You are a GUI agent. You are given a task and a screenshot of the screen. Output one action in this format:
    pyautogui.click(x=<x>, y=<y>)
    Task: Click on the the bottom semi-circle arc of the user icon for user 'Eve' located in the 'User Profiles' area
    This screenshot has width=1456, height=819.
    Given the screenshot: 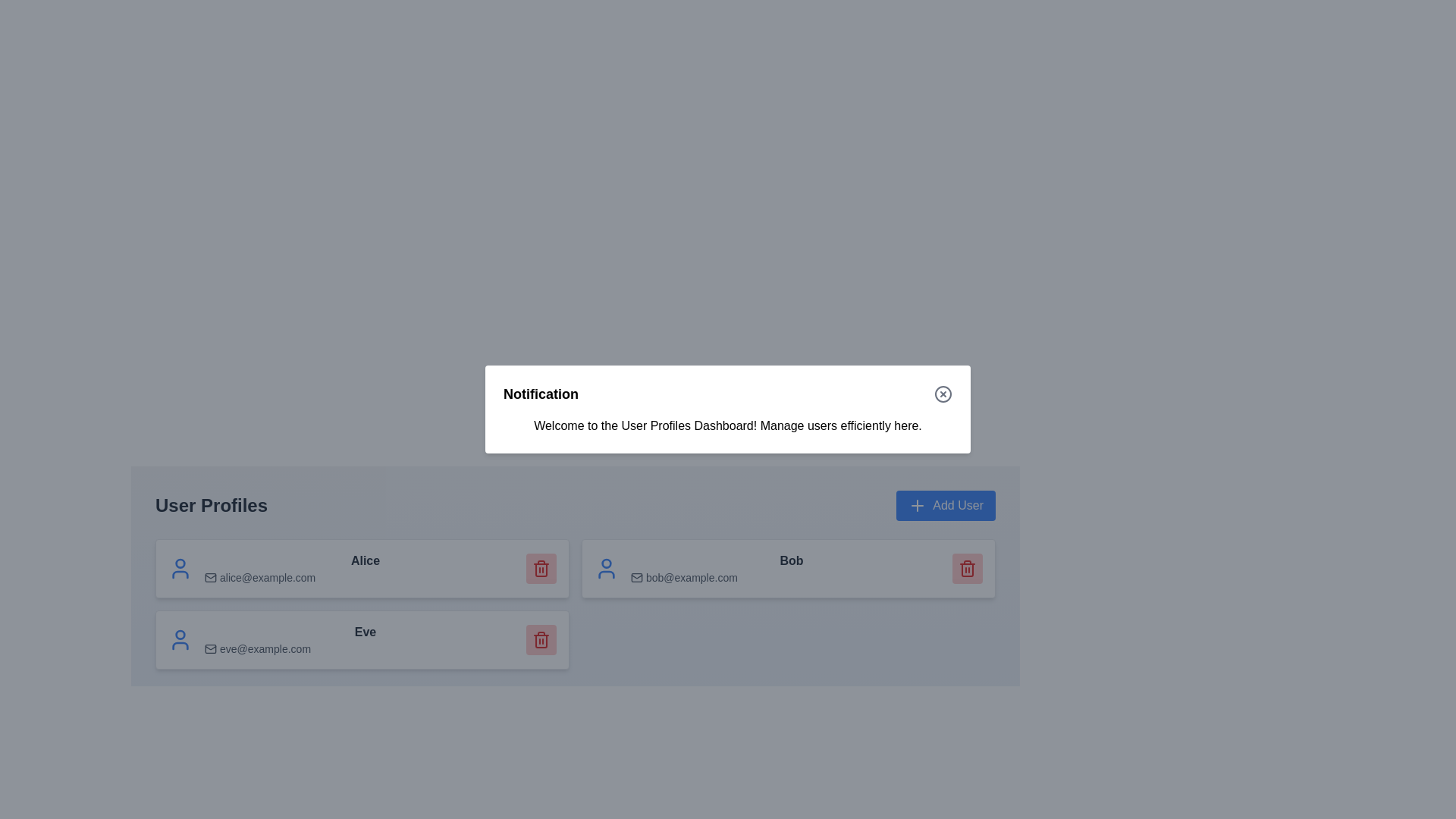 What is the action you would take?
    pyautogui.click(x=180, y=646)
    